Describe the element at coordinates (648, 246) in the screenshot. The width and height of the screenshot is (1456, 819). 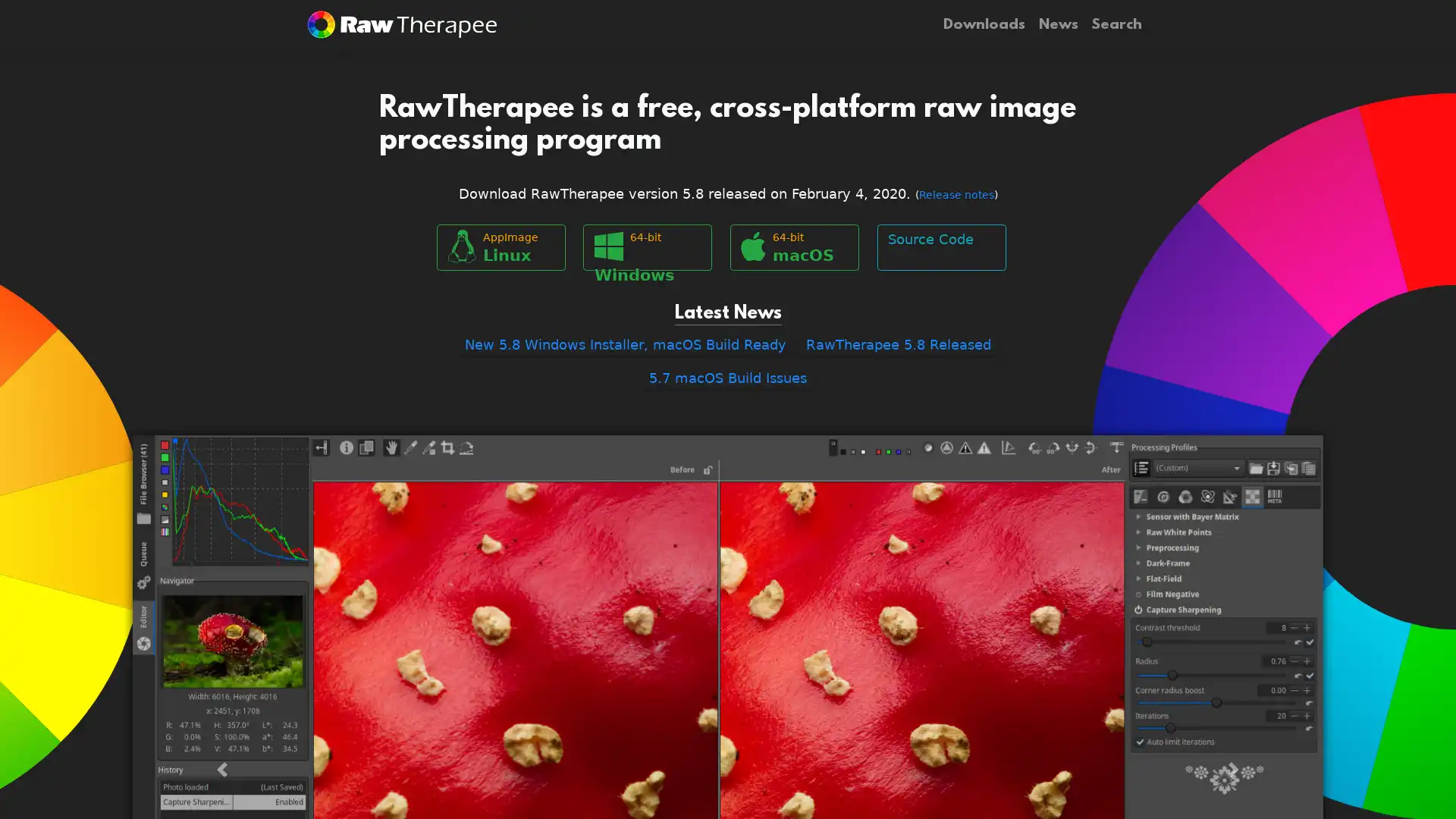
I see `64-bit Windows` at that location.